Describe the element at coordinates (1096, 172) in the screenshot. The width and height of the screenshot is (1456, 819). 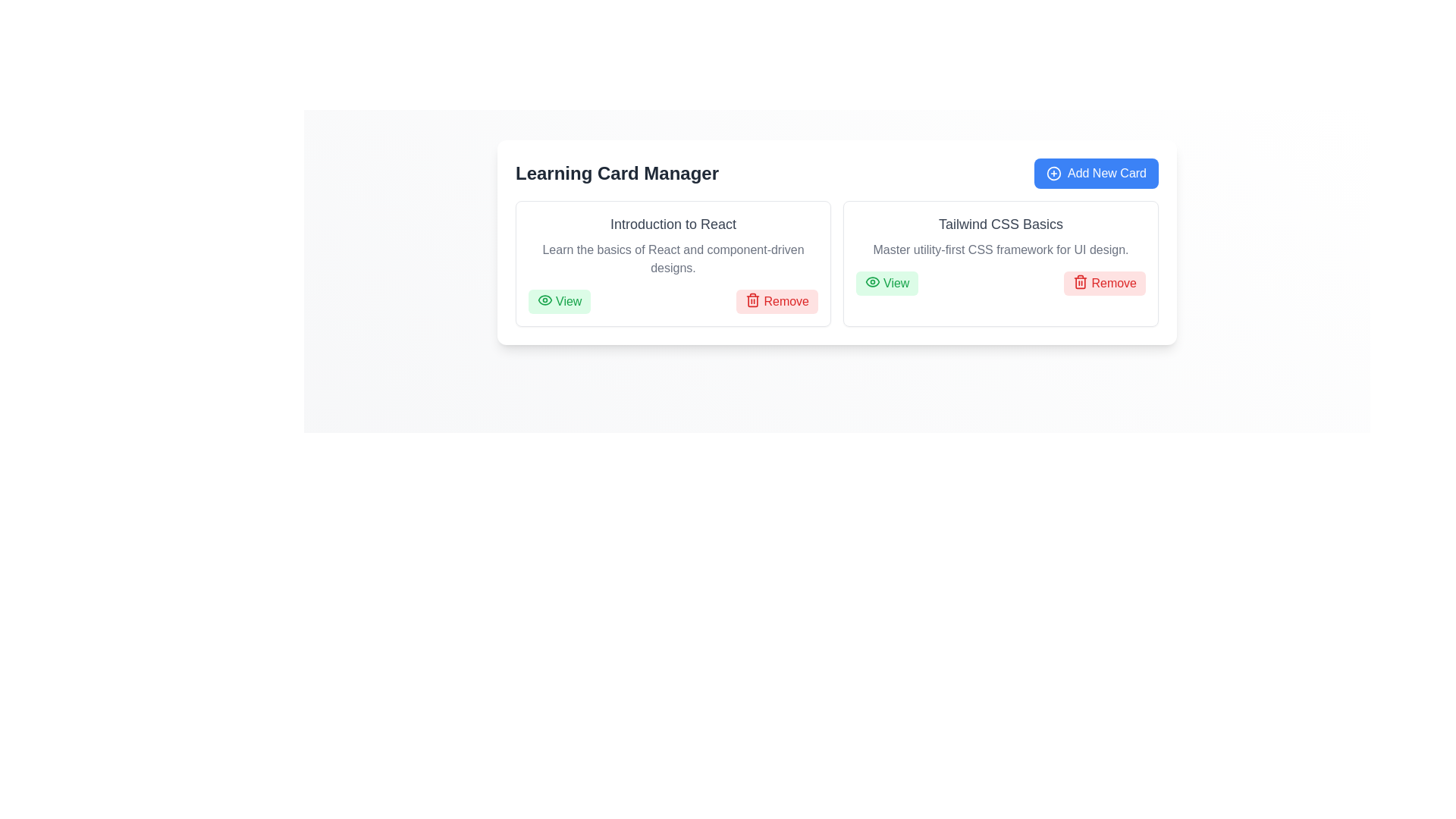
I see `the 'Add New Card' button, which is a rounded rectangular button with a bright blue background and white text, located in the top-right section of the 'Learning Card Manager'` at that location.